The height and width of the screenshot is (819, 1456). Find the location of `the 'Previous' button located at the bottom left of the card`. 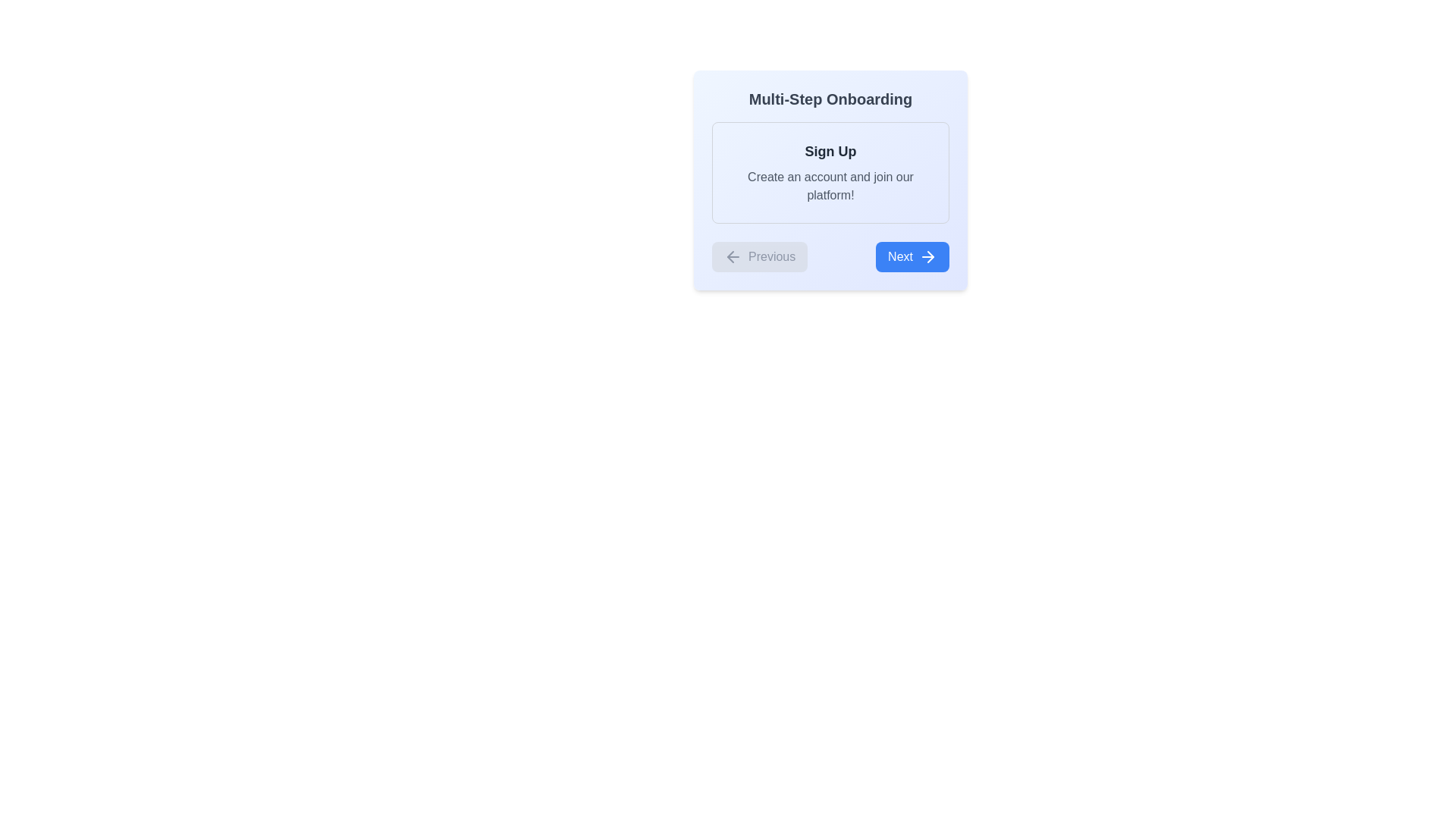

the 'Previous' button located at the bottom left of the card is located at coordinates (760, 256).